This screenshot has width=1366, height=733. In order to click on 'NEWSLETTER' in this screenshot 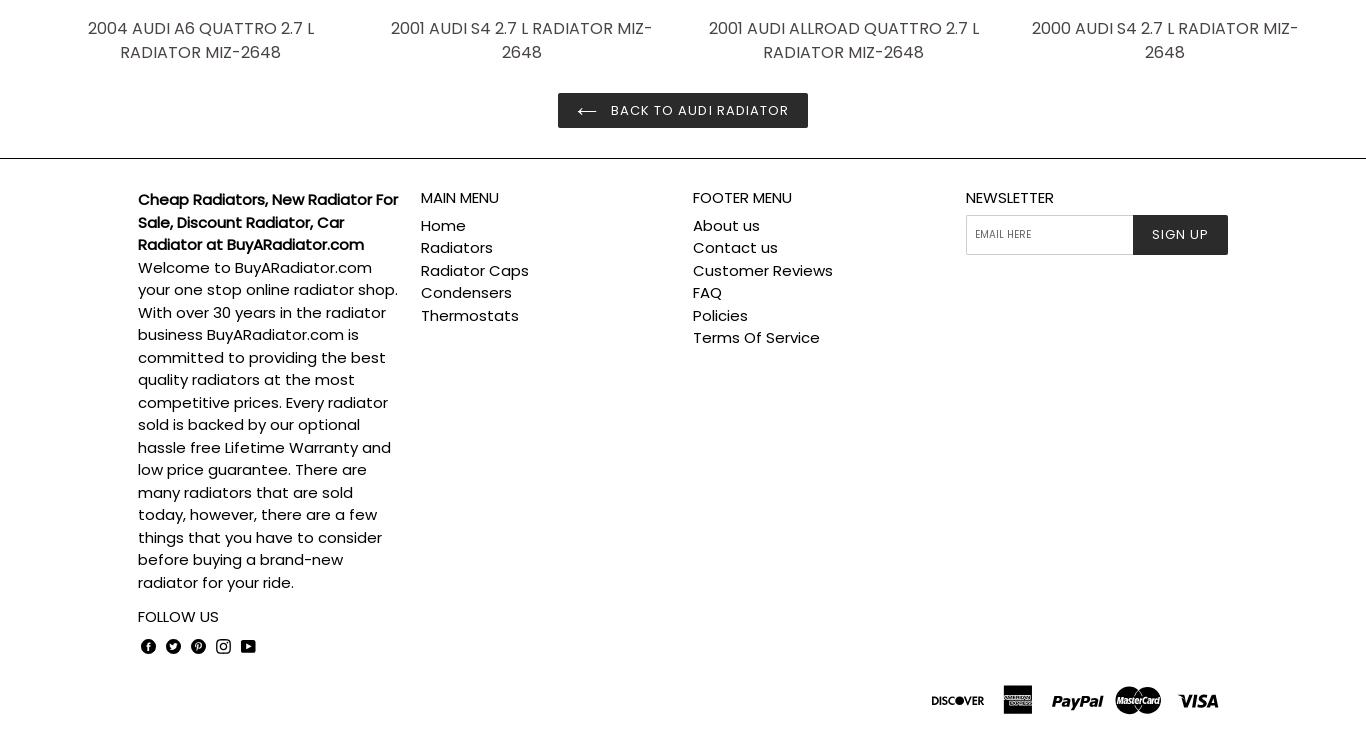, I will do `click(1009, 196)`.